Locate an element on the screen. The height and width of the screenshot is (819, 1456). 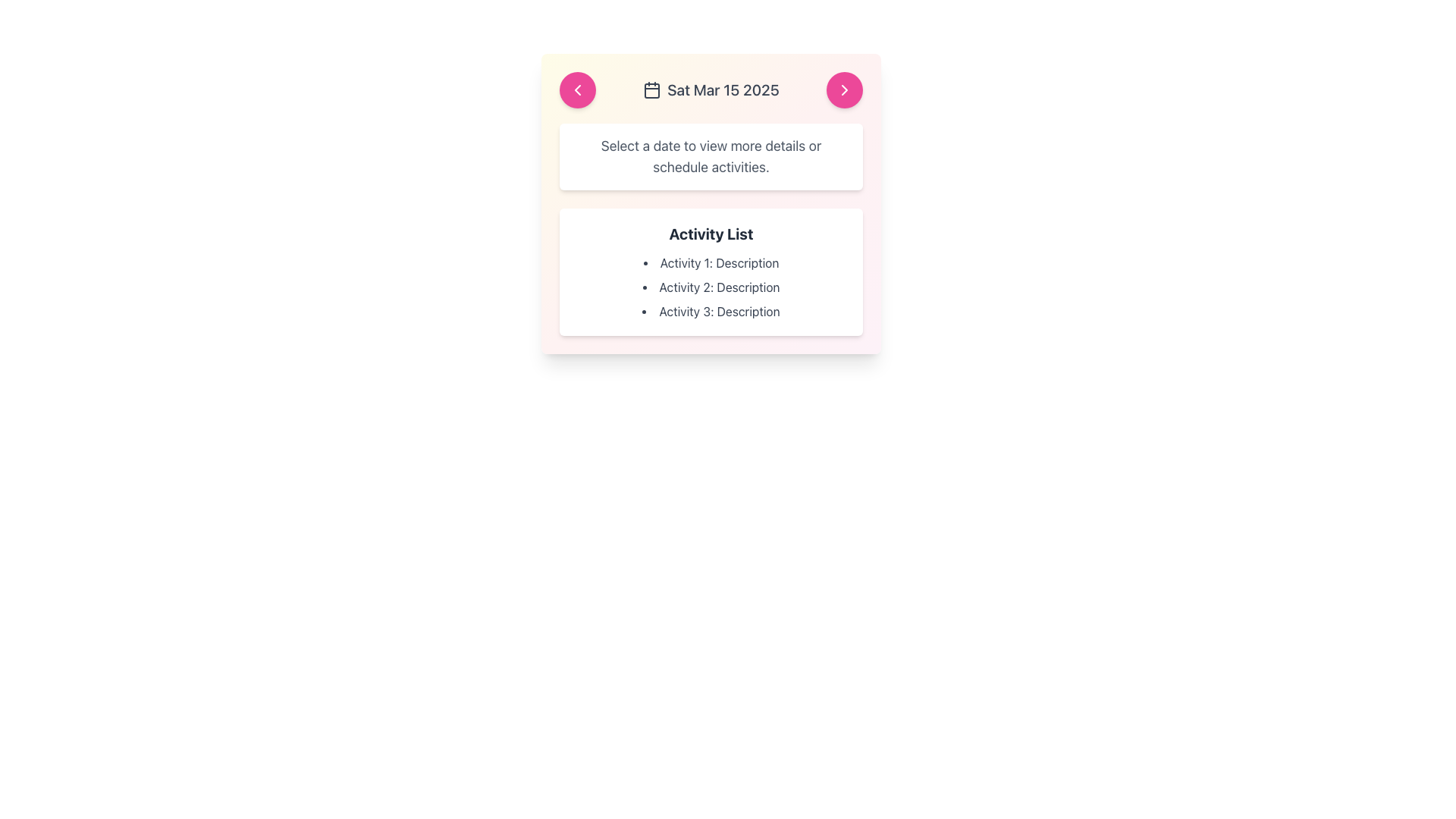
the chevron right arrow icon located at the top-right corner of the card is located at coordinates (843, 90).